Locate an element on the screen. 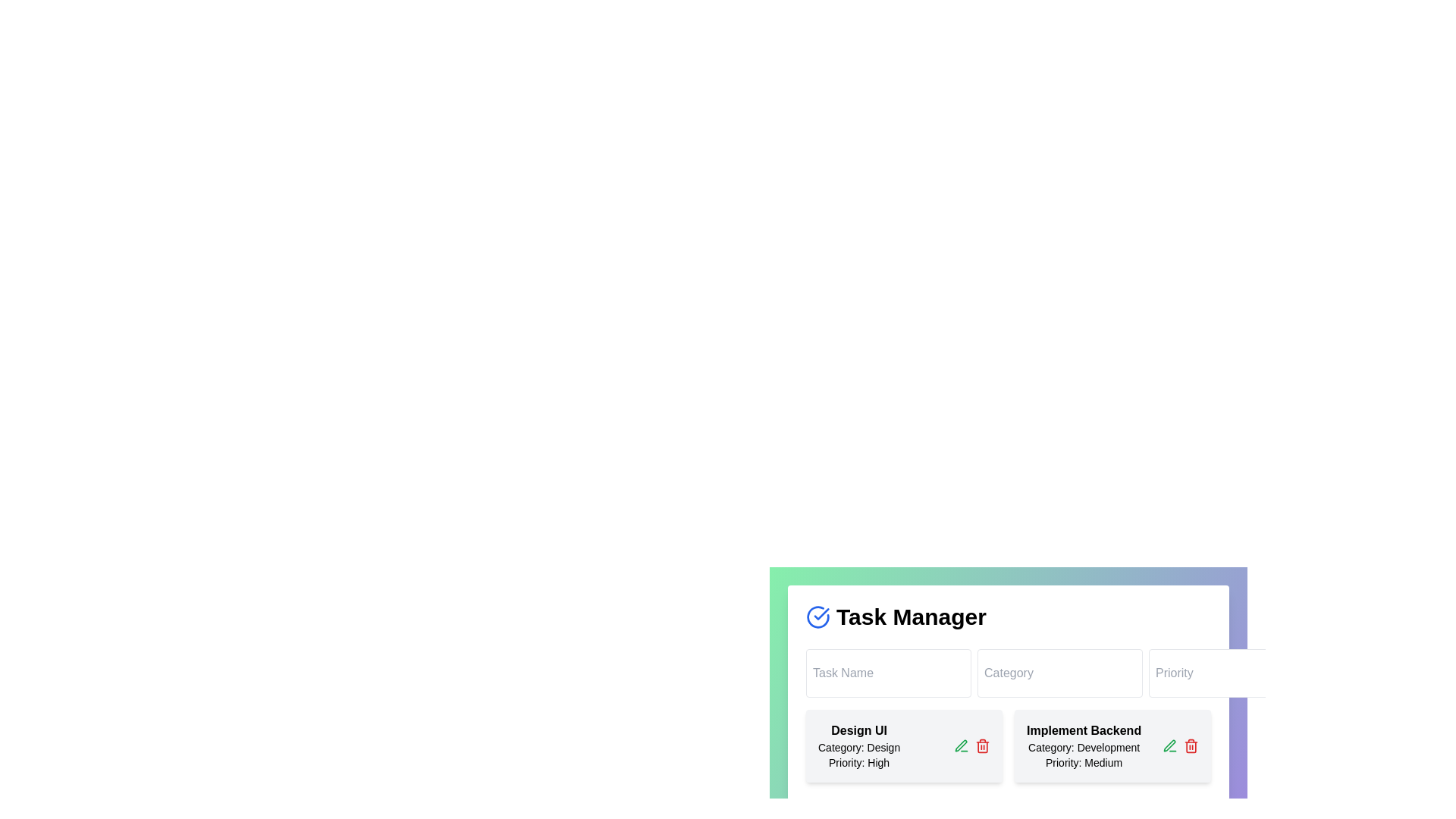 Image resolution: width=1456 pixels, height=819 pixels. the static text label displaying 'Category: Design' is located at coordinates (859, 747).